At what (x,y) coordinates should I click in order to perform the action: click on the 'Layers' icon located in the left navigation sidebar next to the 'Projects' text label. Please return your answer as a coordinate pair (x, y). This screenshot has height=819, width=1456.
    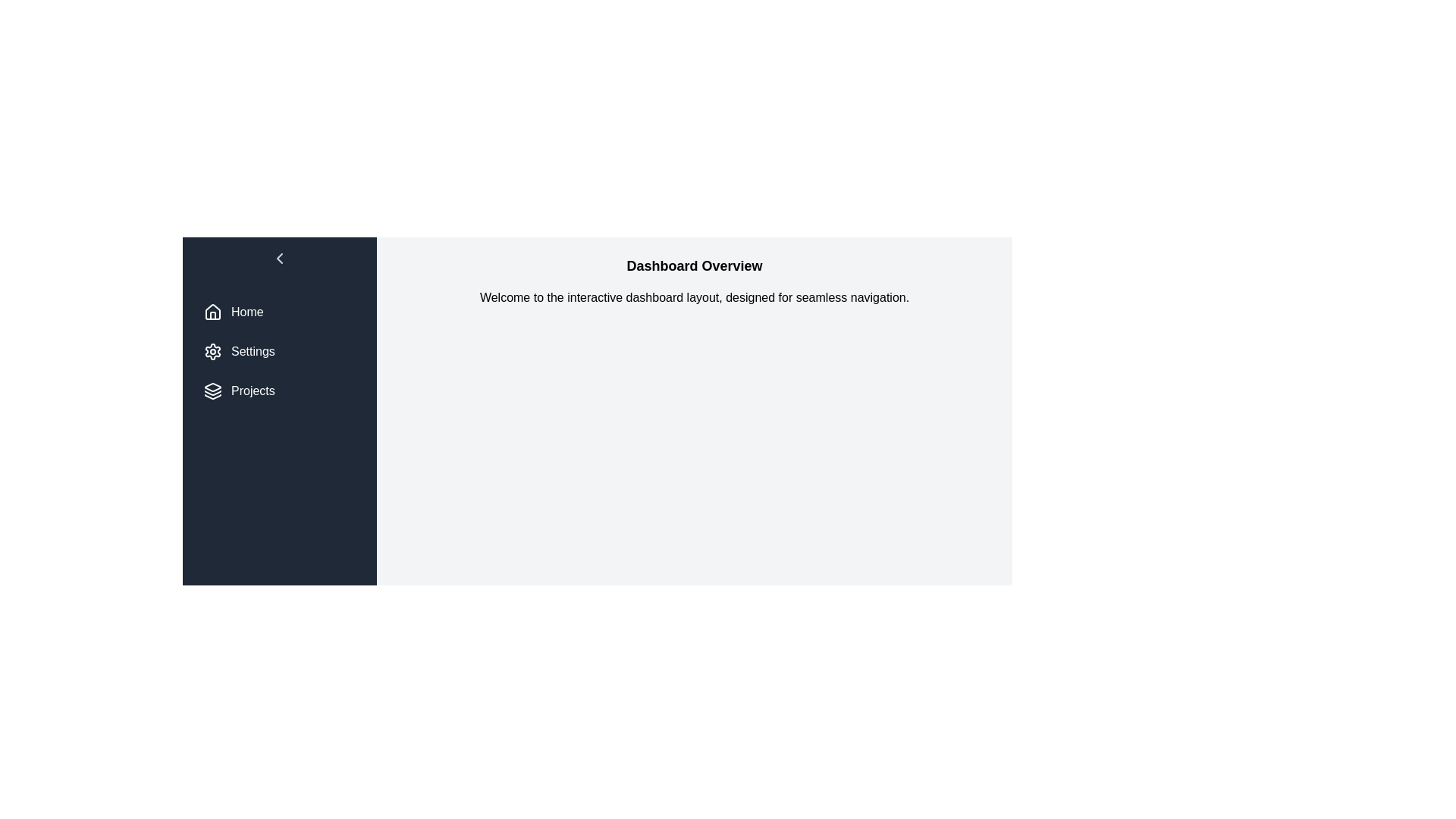
    Looking at the image, I should click on (212, 386).